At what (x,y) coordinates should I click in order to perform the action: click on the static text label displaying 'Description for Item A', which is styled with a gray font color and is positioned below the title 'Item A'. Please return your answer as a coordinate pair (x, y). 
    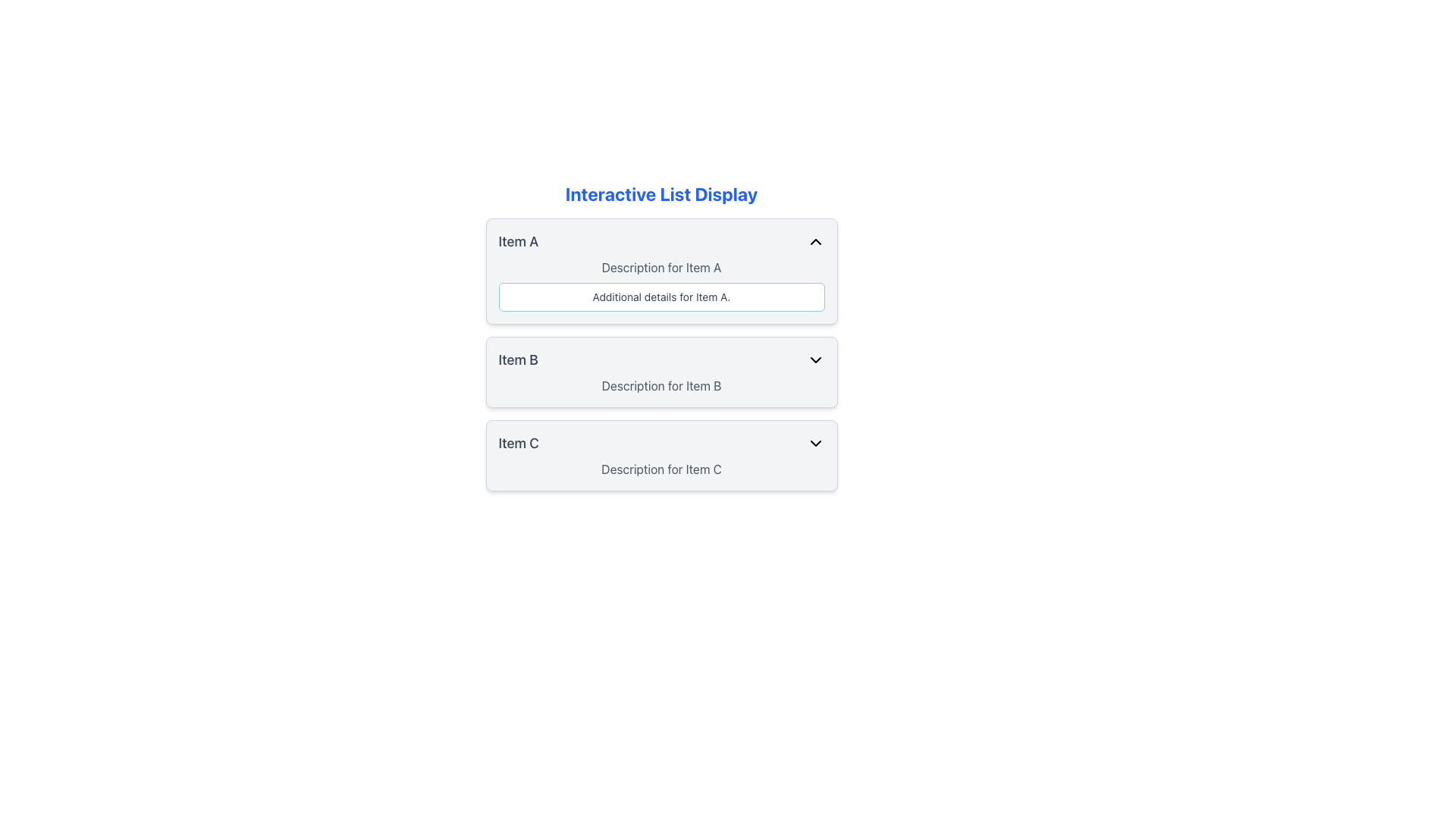
    Looking at the image, I should click on (661, 267).